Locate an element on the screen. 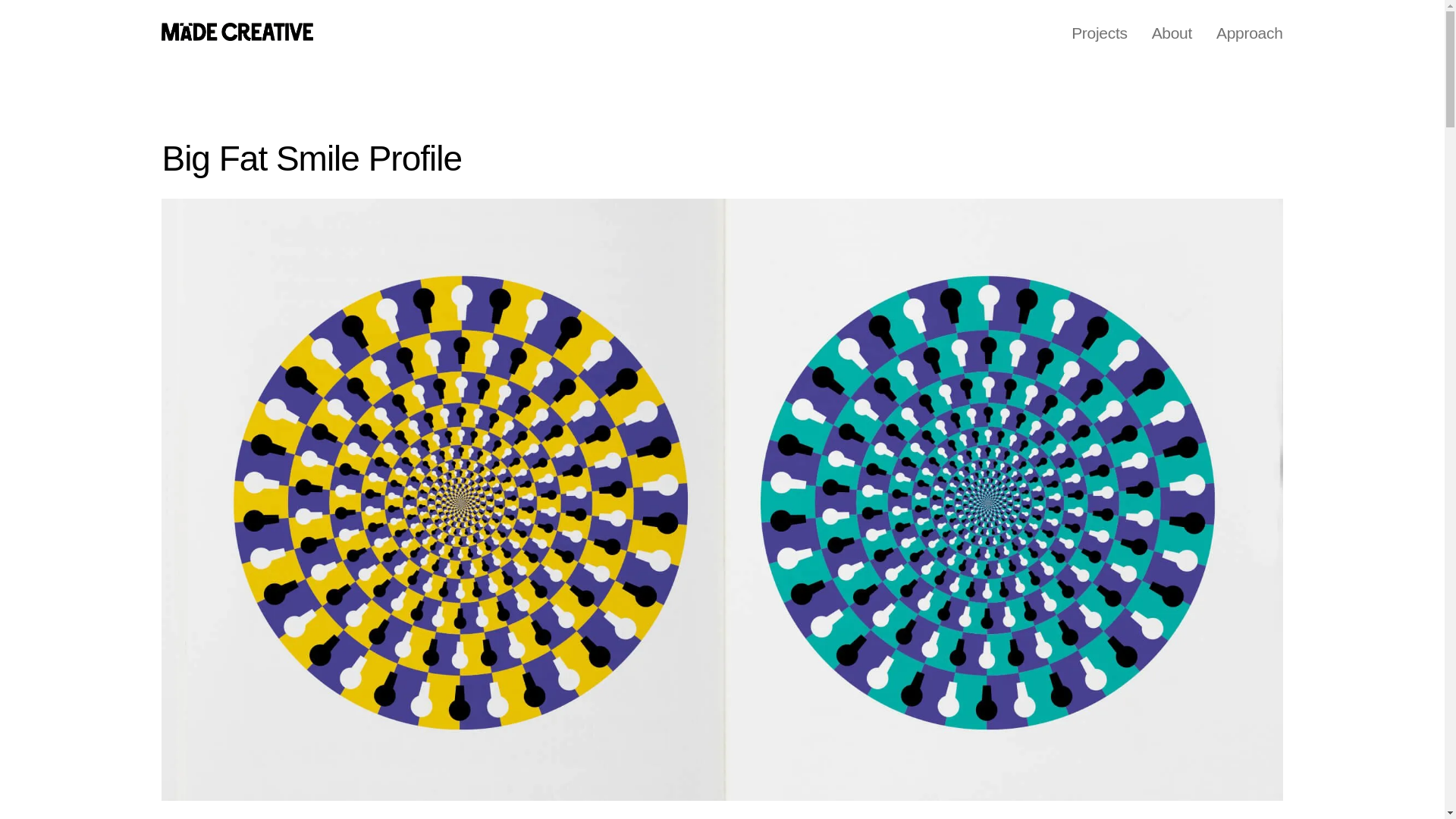  'About' is located at coordinates (1139, 33).